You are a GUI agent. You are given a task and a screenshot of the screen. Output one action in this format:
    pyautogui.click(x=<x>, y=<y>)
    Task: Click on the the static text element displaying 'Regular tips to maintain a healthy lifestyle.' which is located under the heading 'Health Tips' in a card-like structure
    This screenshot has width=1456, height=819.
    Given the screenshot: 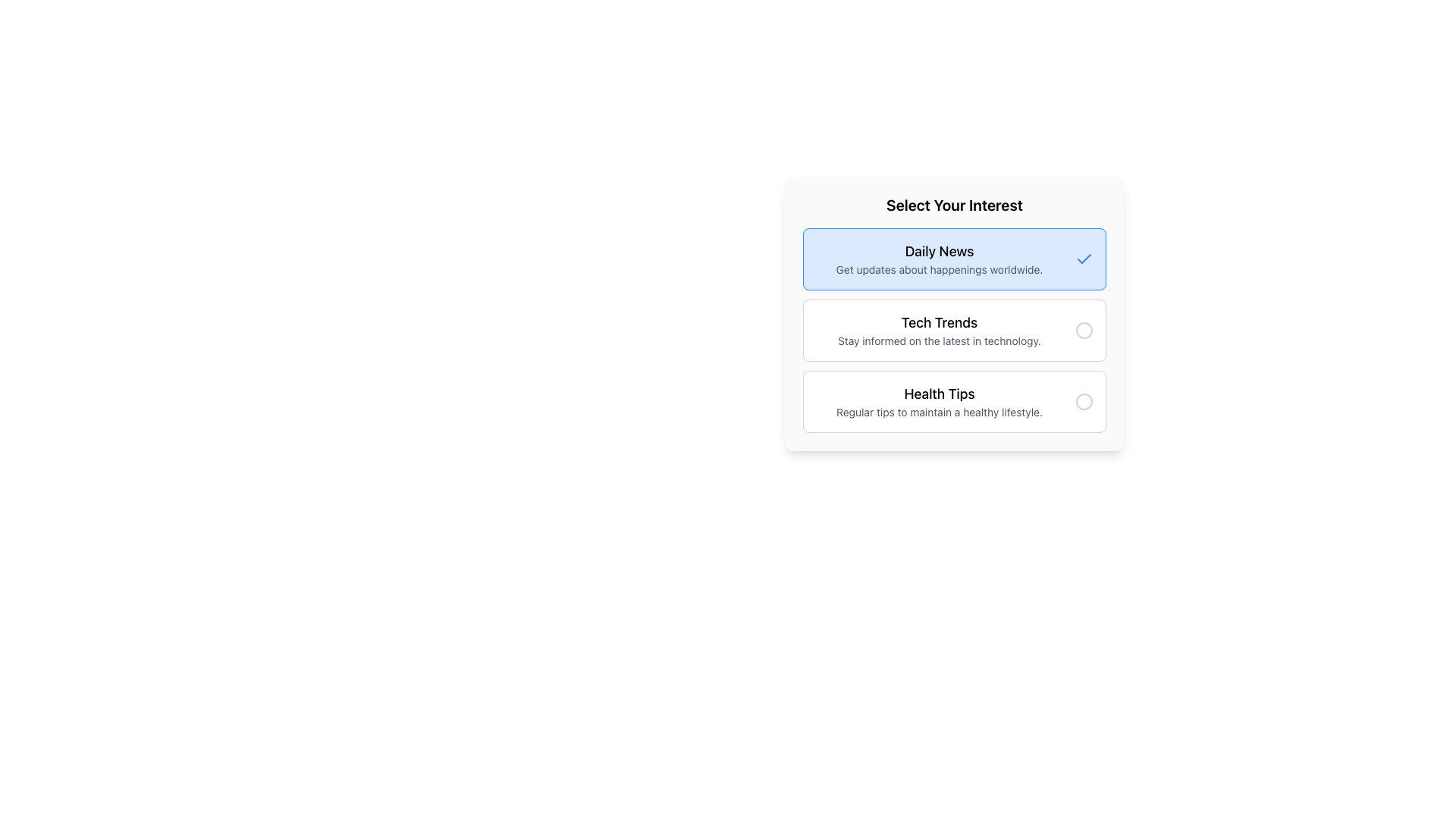 What is the action you would take?
    pyautogui.click(x=938, y=412)
    